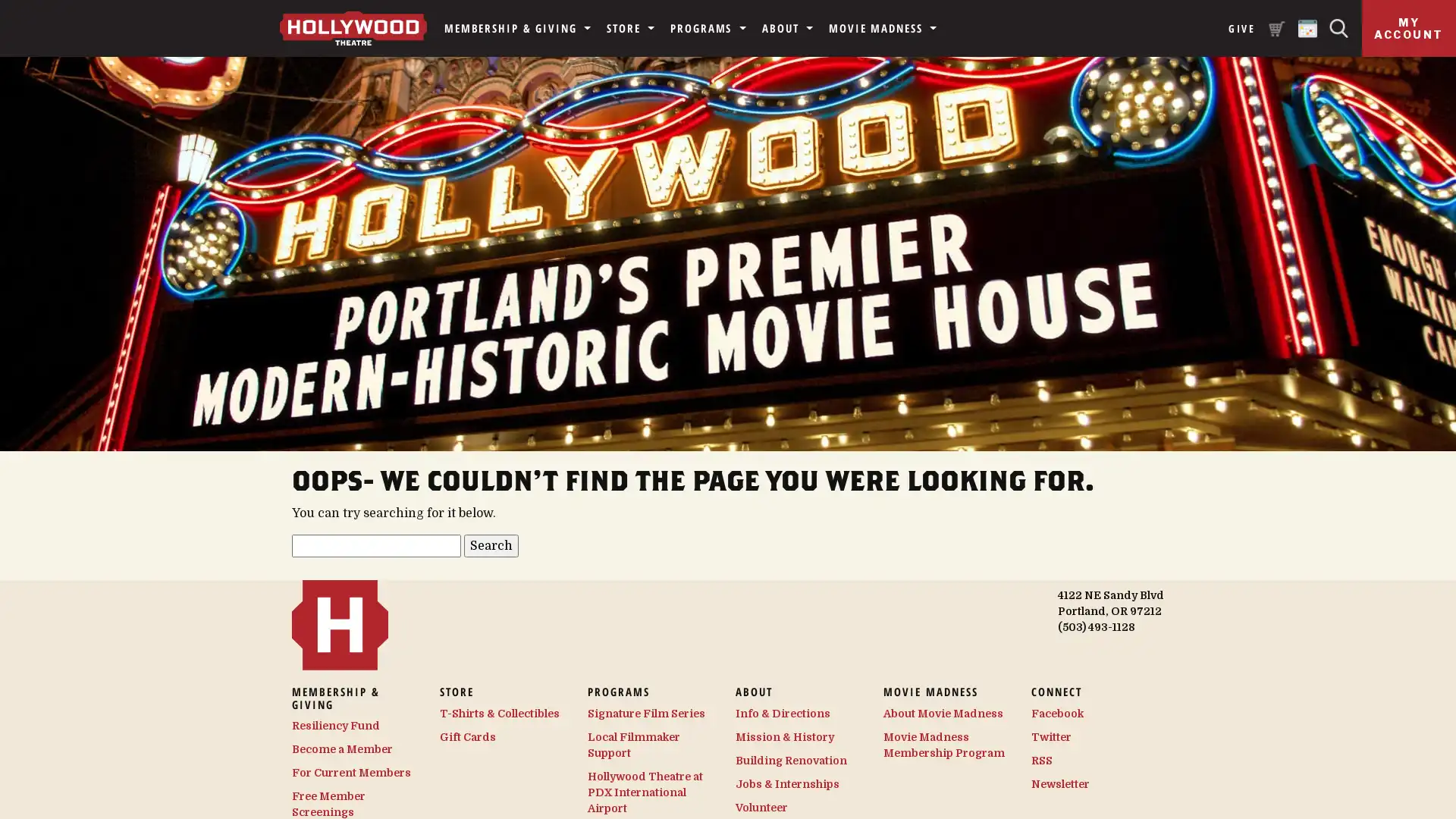  I want to click on ABOUT, so click(787, 28).